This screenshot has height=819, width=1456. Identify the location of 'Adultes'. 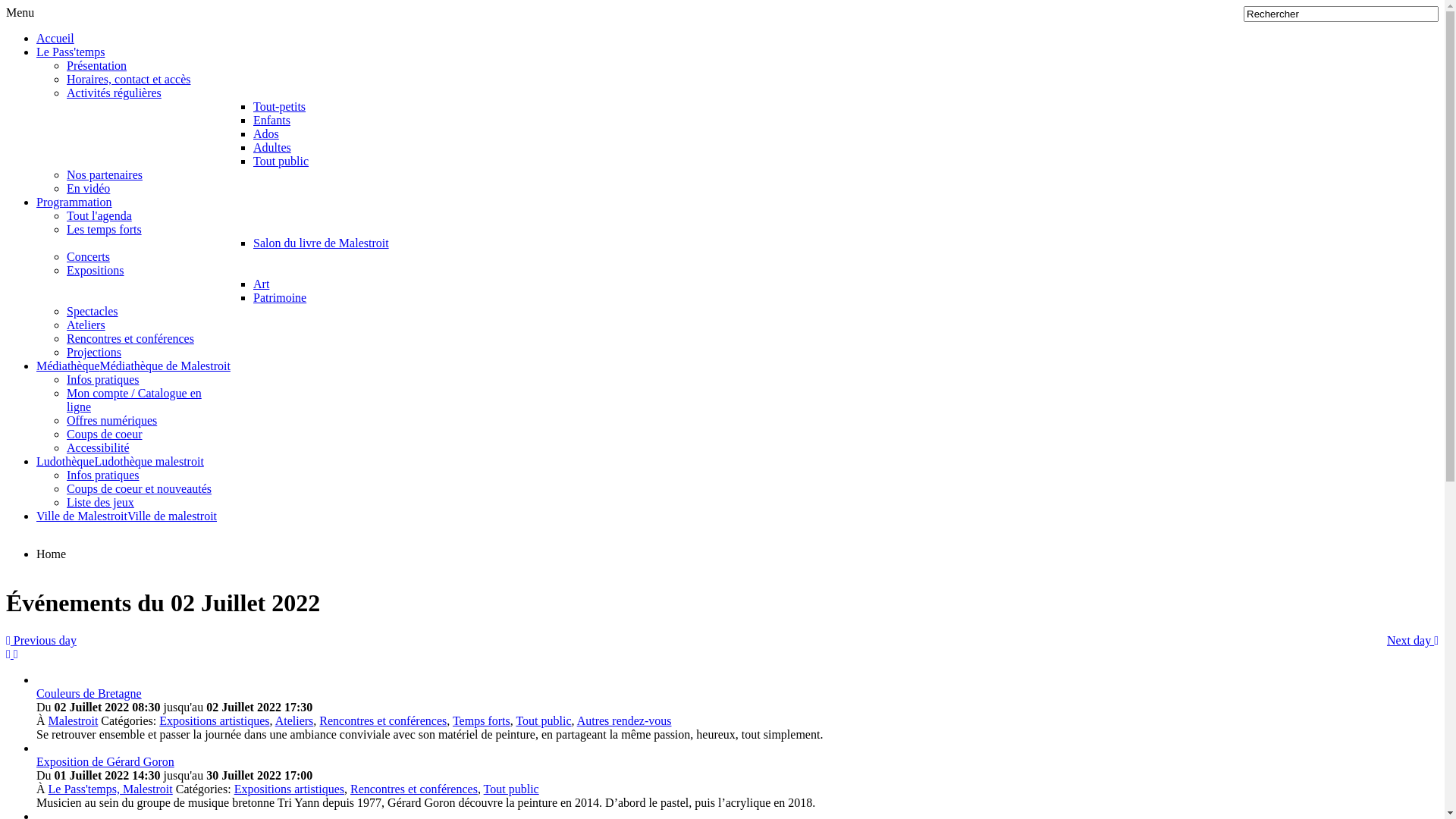
(272, 147).